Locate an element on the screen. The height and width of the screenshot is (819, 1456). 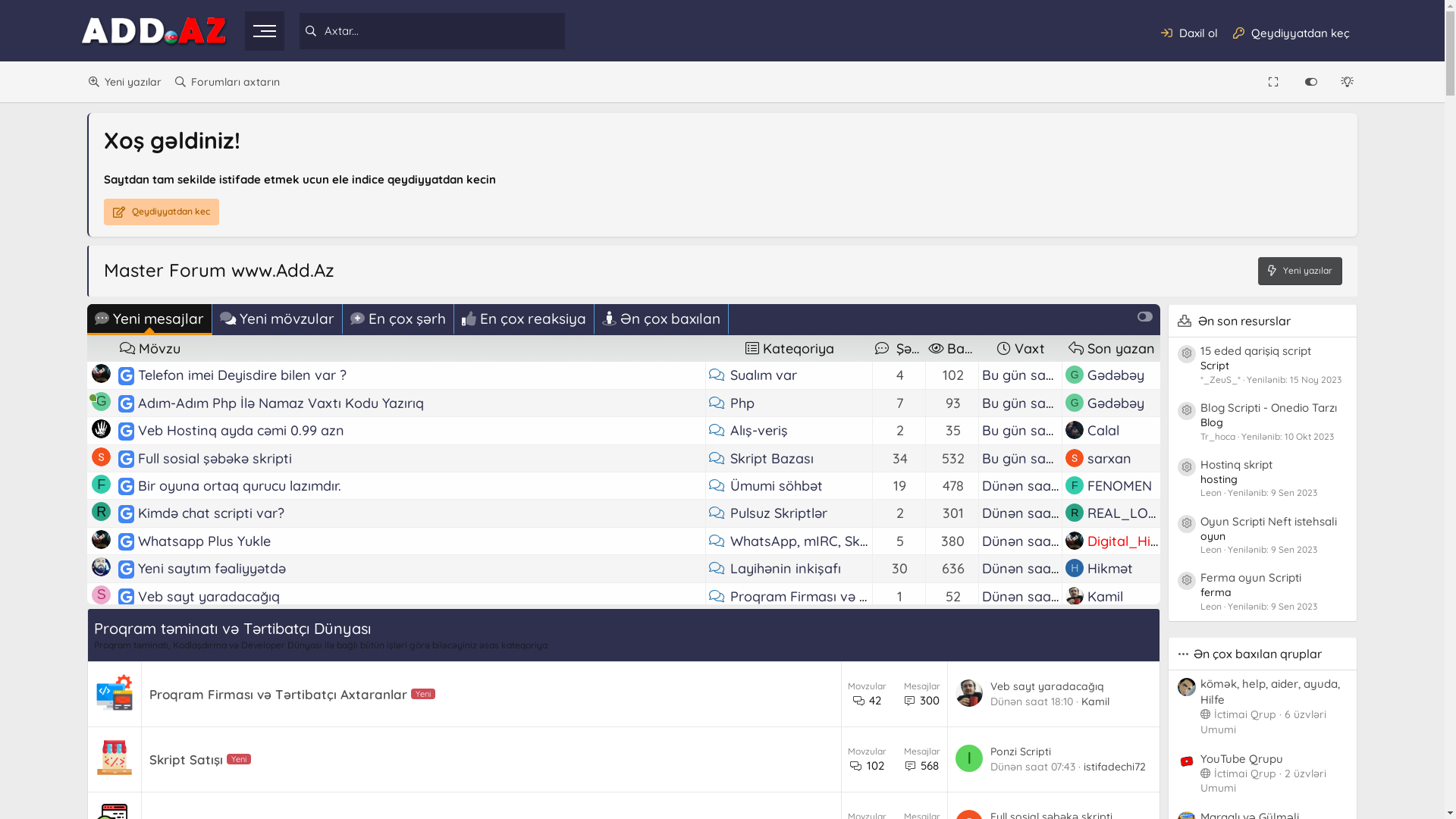
'Umumi' is located at coordinates (1218, 728).